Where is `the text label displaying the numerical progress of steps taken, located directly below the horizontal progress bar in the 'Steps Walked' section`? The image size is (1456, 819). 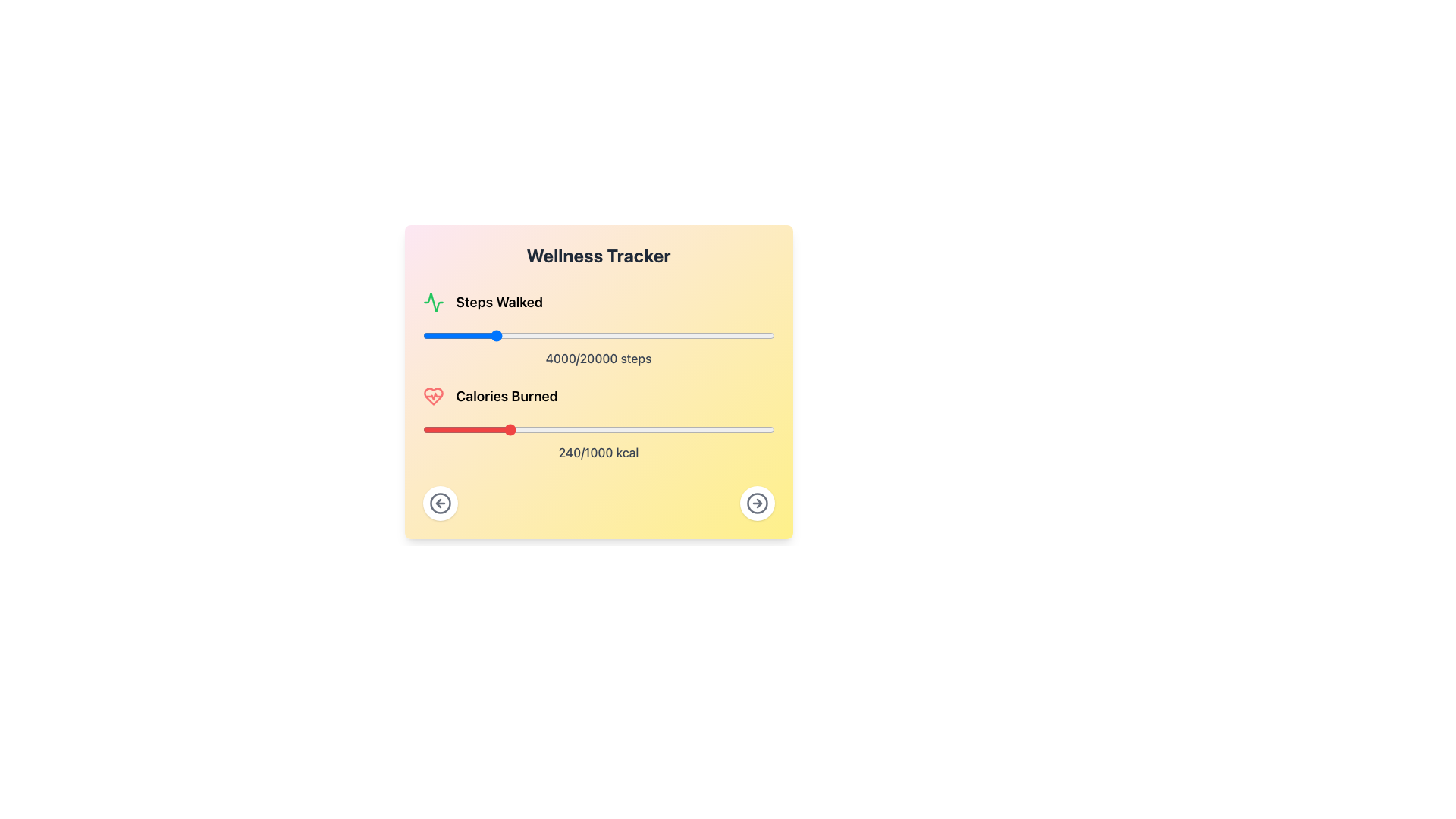 the text label displaying the numerical progress of steps taken, located directly below the horizontal progress bar in the 'Steps Walked' section is located at coordinates (598, 359).